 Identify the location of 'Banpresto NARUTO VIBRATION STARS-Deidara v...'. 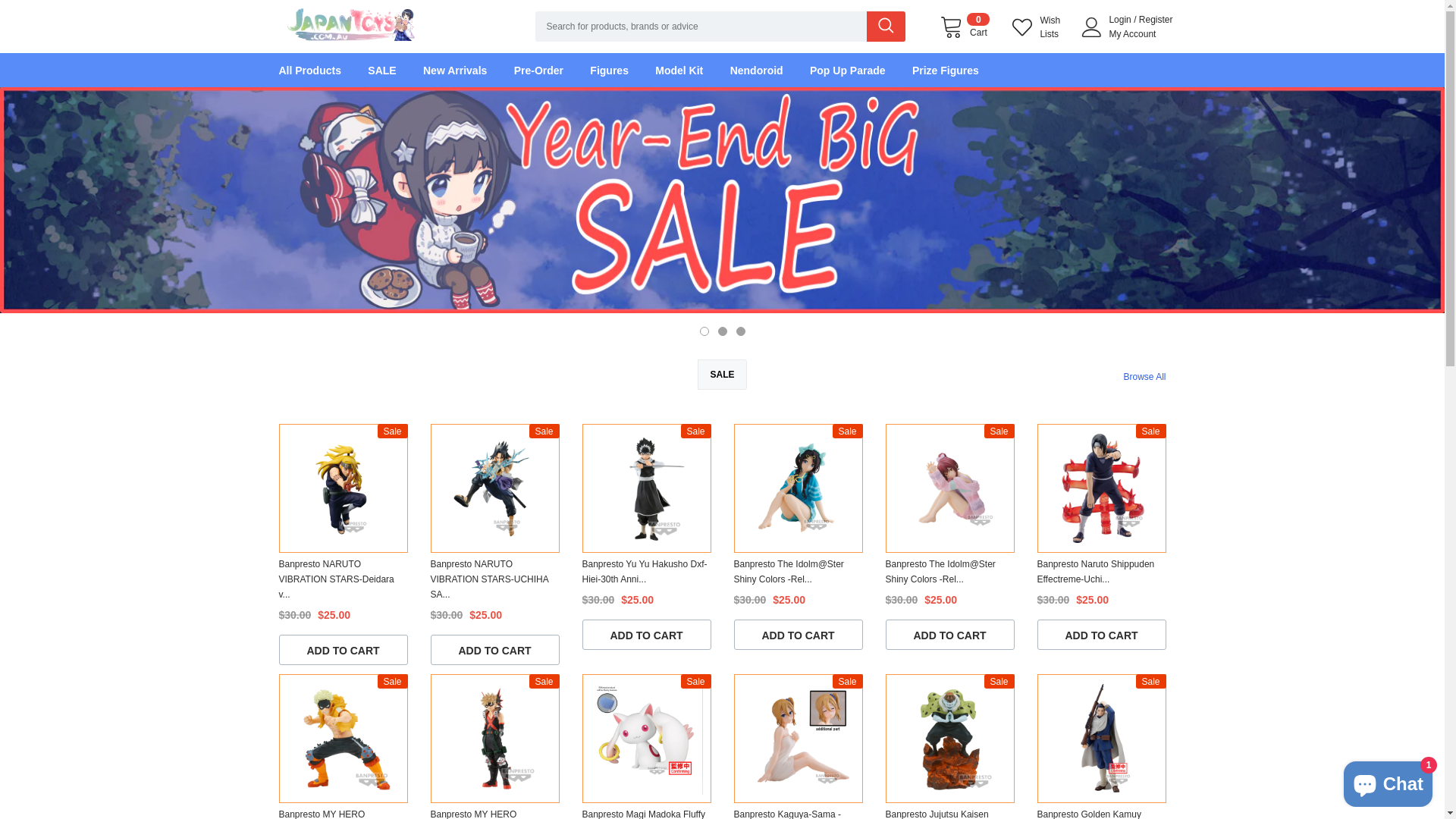
(342, 579).